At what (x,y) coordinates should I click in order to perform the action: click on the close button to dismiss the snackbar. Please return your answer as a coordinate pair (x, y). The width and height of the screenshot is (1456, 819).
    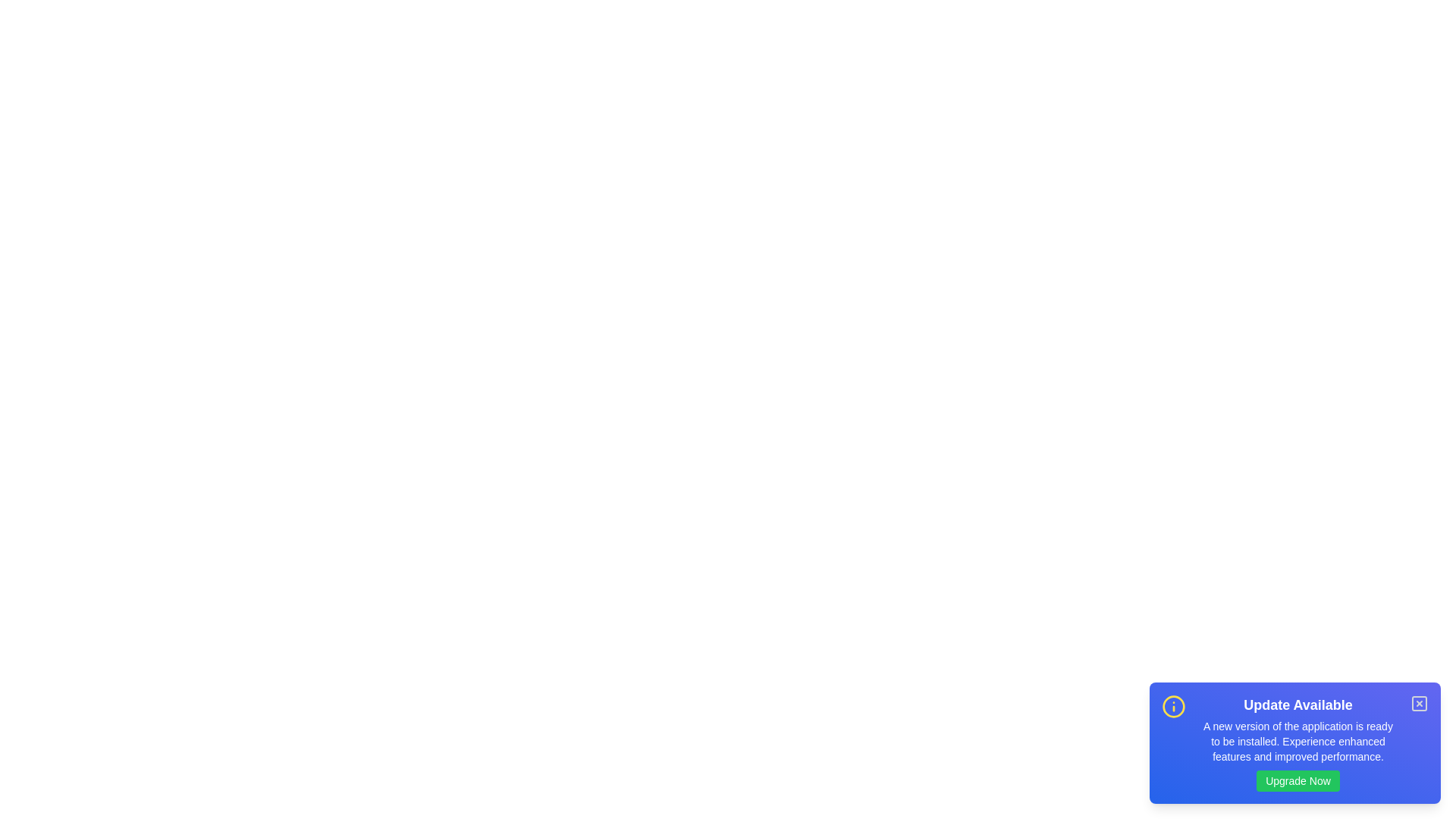
    Looking at the image, I should click on (1419, 704).